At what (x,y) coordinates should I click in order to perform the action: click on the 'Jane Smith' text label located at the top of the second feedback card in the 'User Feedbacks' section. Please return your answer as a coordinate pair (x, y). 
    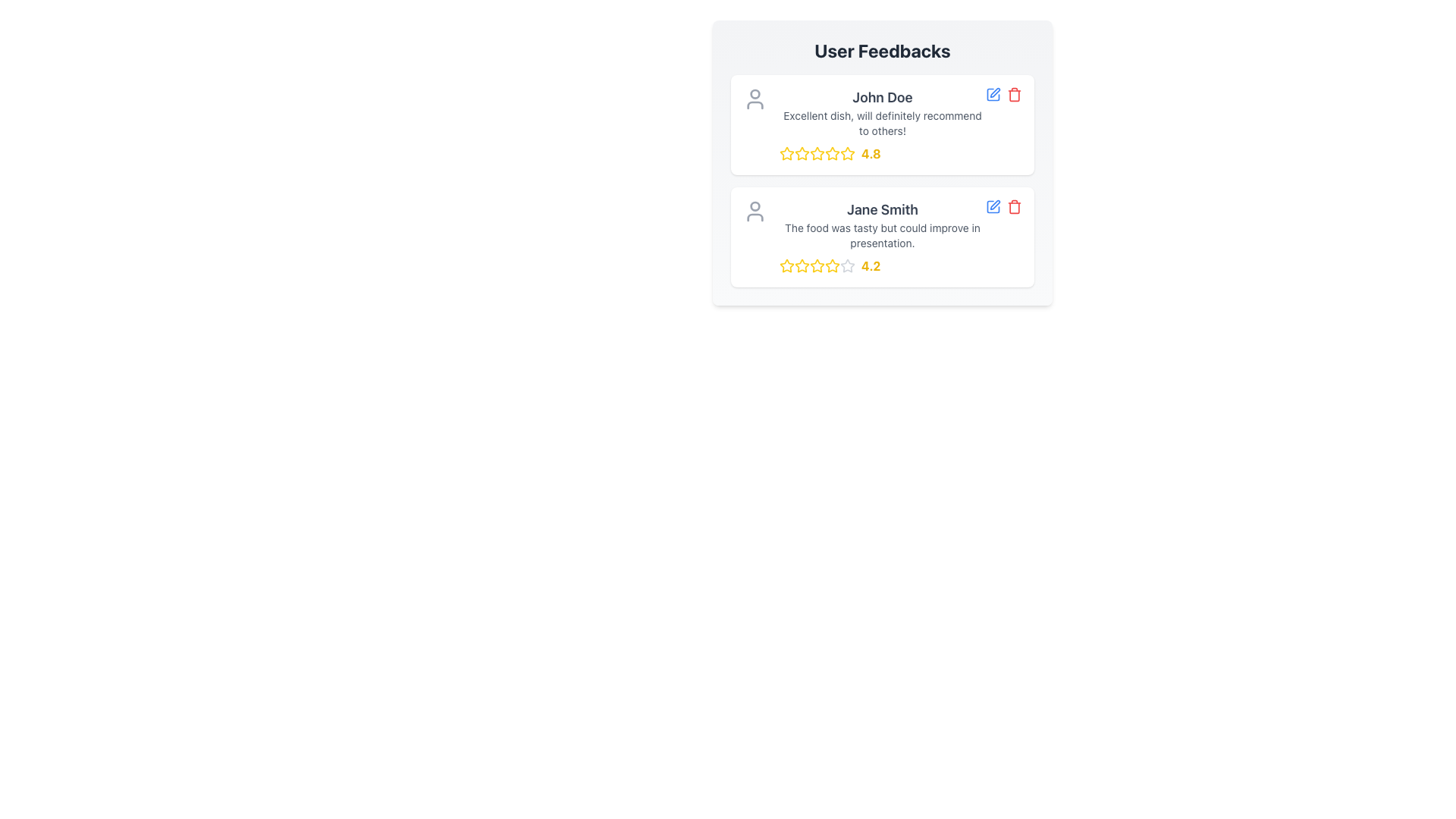
    Looking at the image, I should click on (882, 210).